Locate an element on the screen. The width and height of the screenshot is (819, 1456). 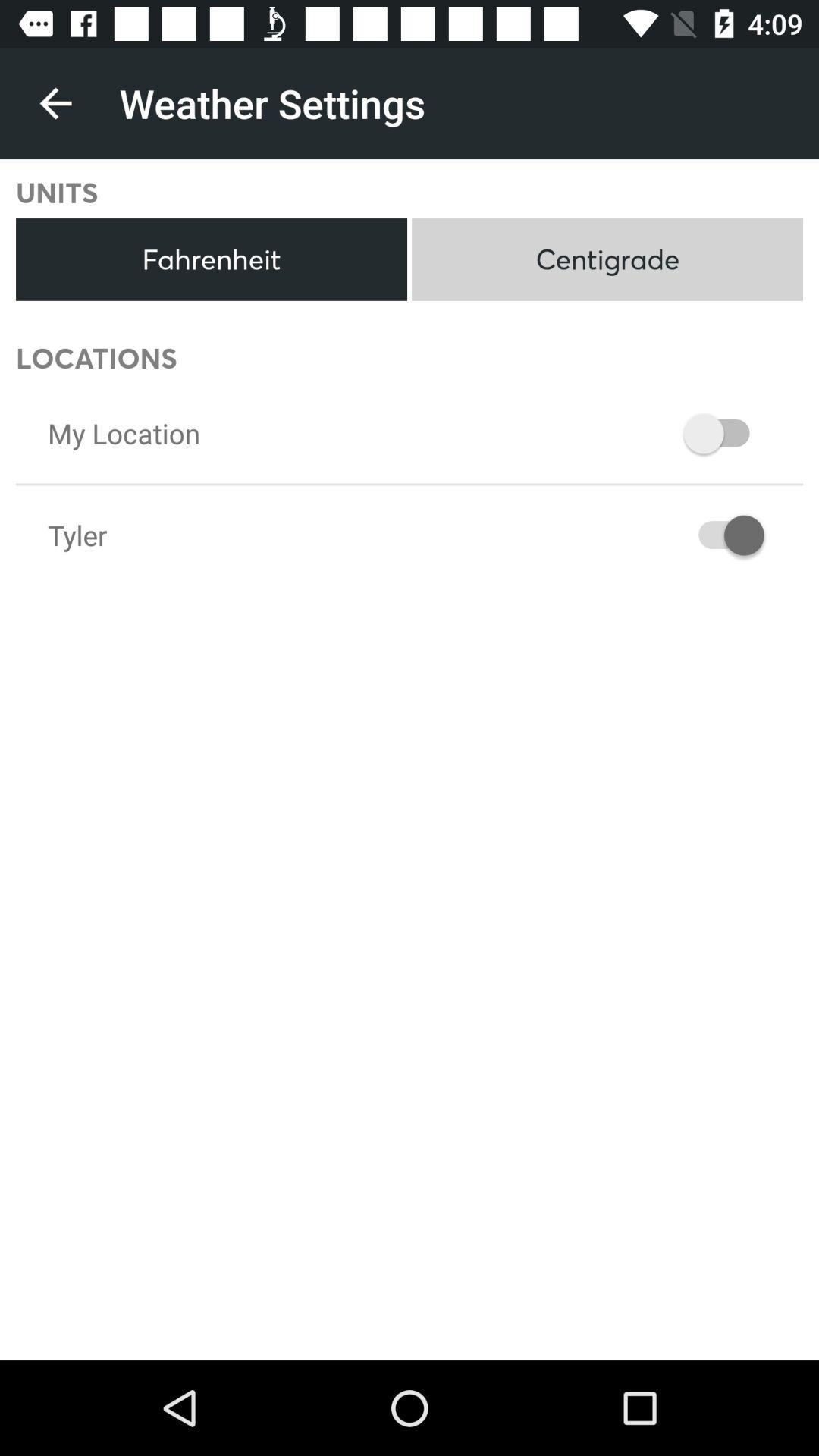
the icon next to weather settings icon is located at coordinates (55, 102).